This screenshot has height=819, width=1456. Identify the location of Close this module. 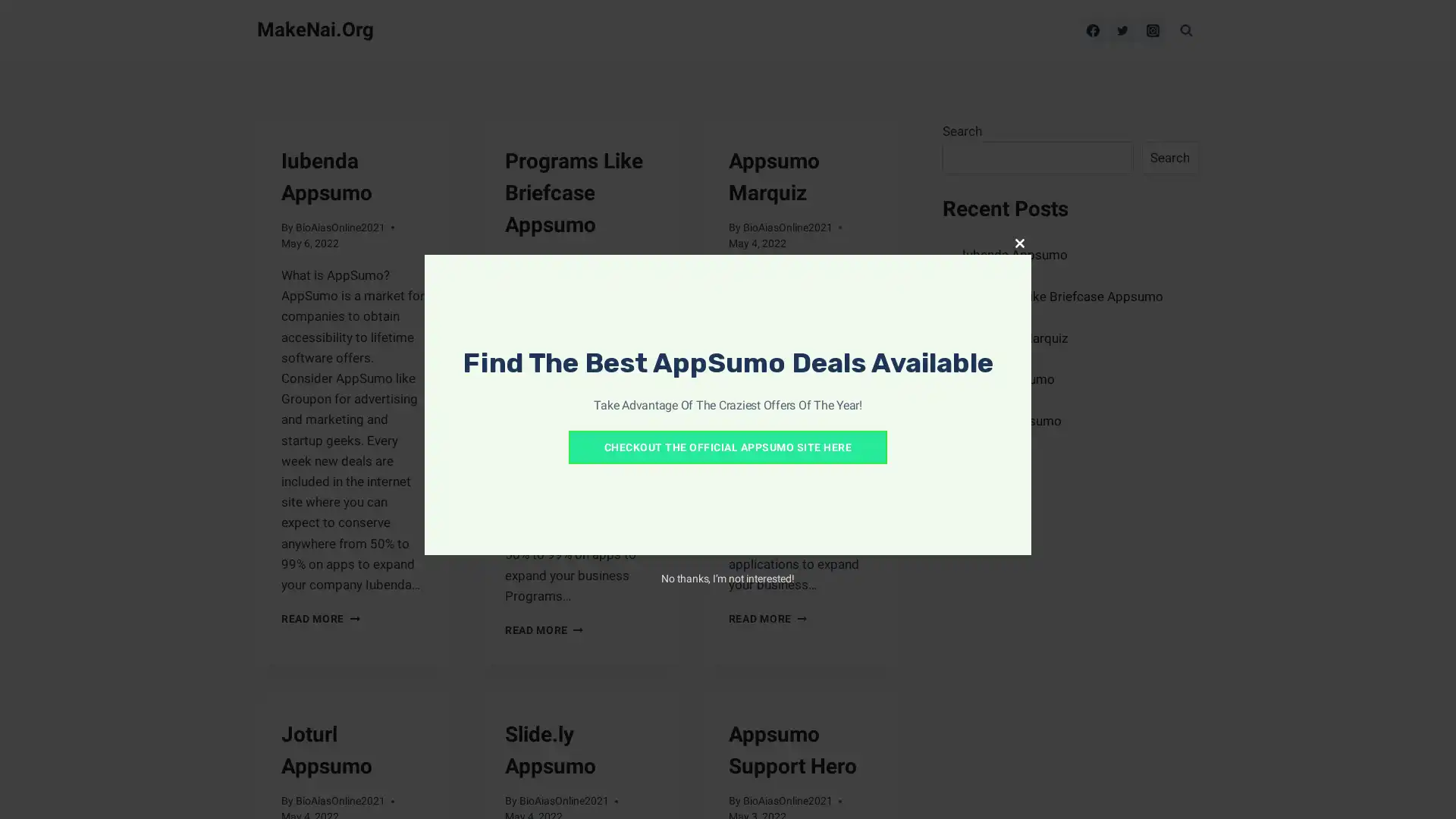
(1019, 242).